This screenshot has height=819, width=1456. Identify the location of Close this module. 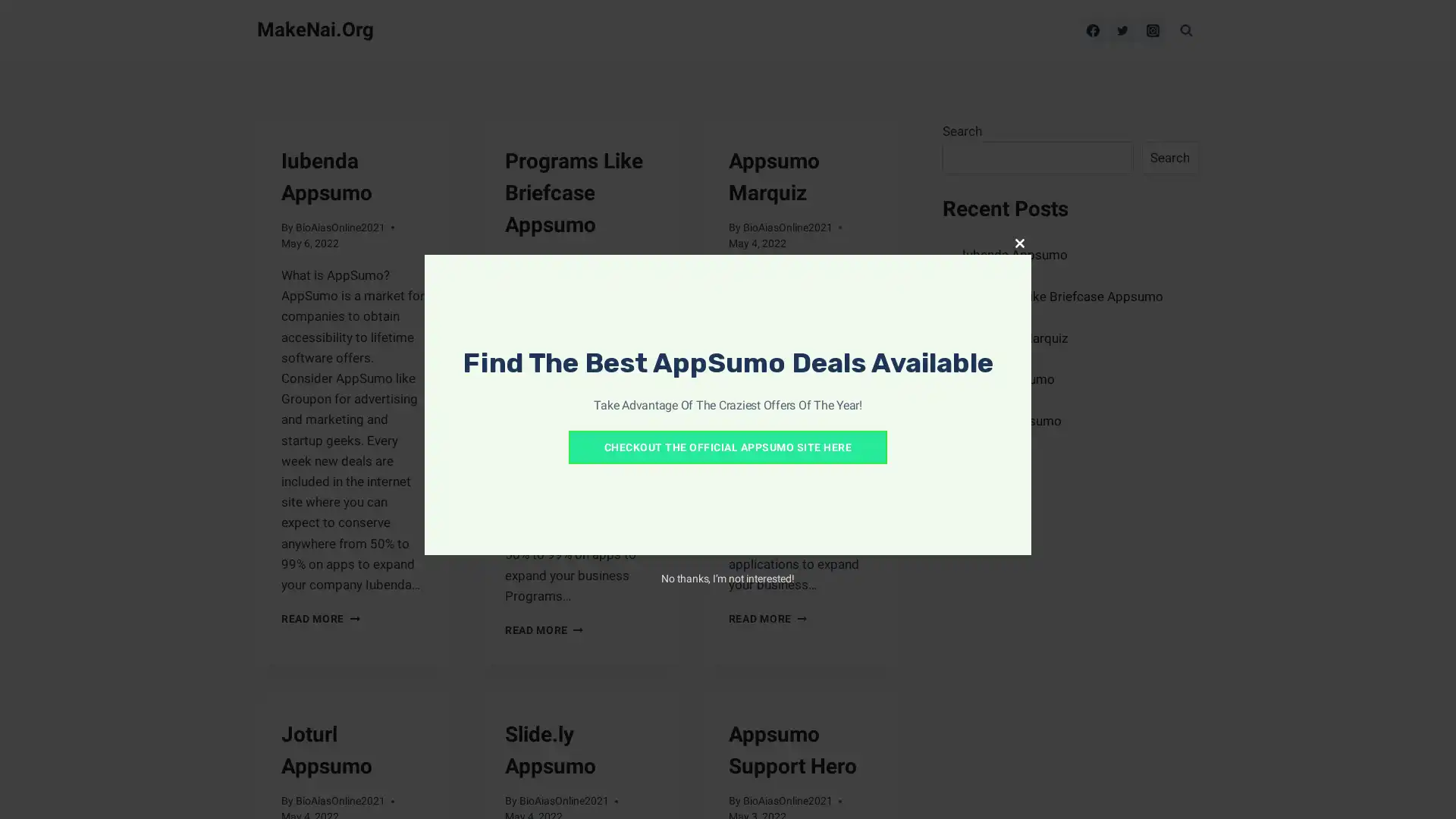
(1019, 242).